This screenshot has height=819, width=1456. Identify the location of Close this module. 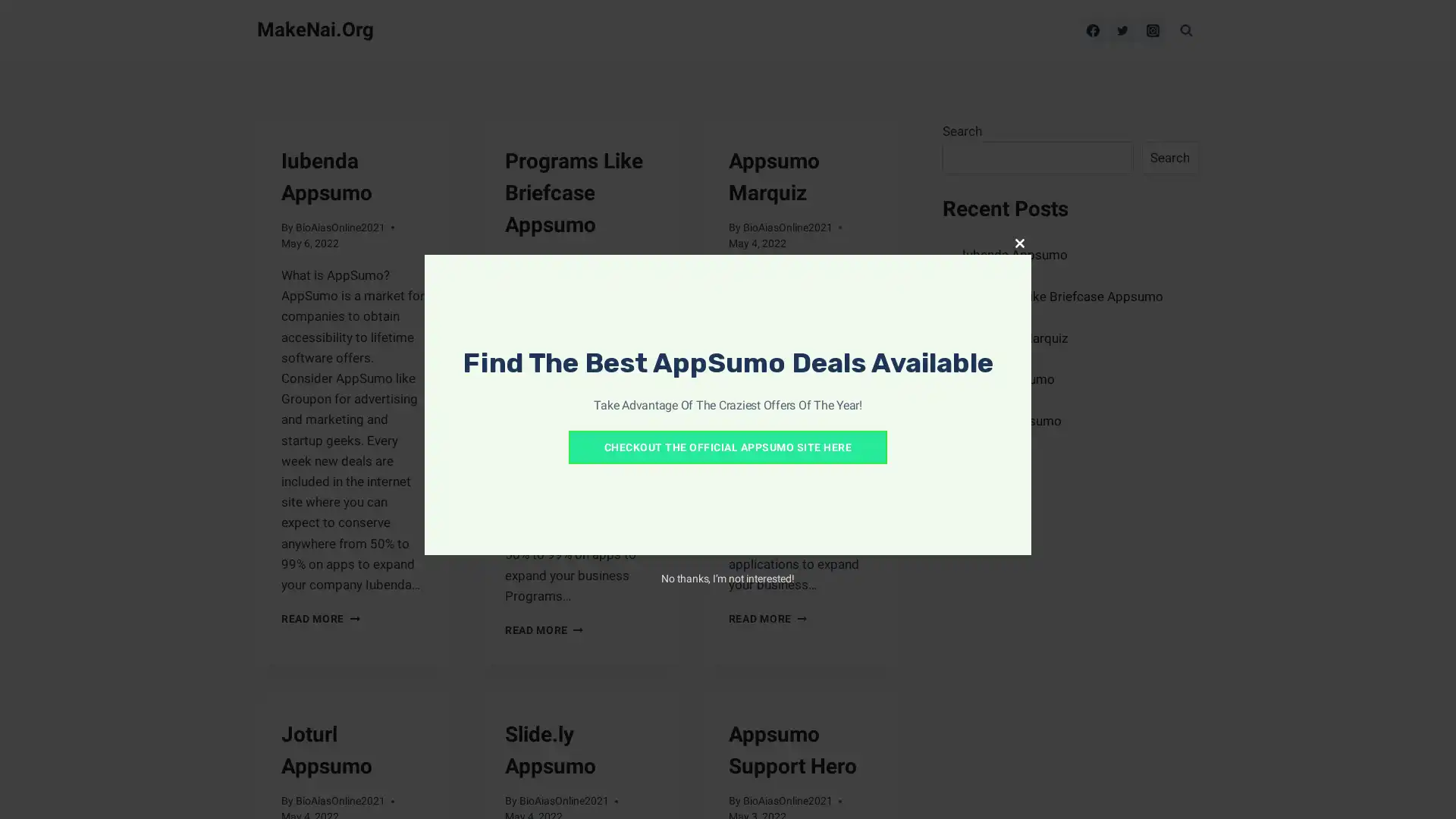
(1019, 242).